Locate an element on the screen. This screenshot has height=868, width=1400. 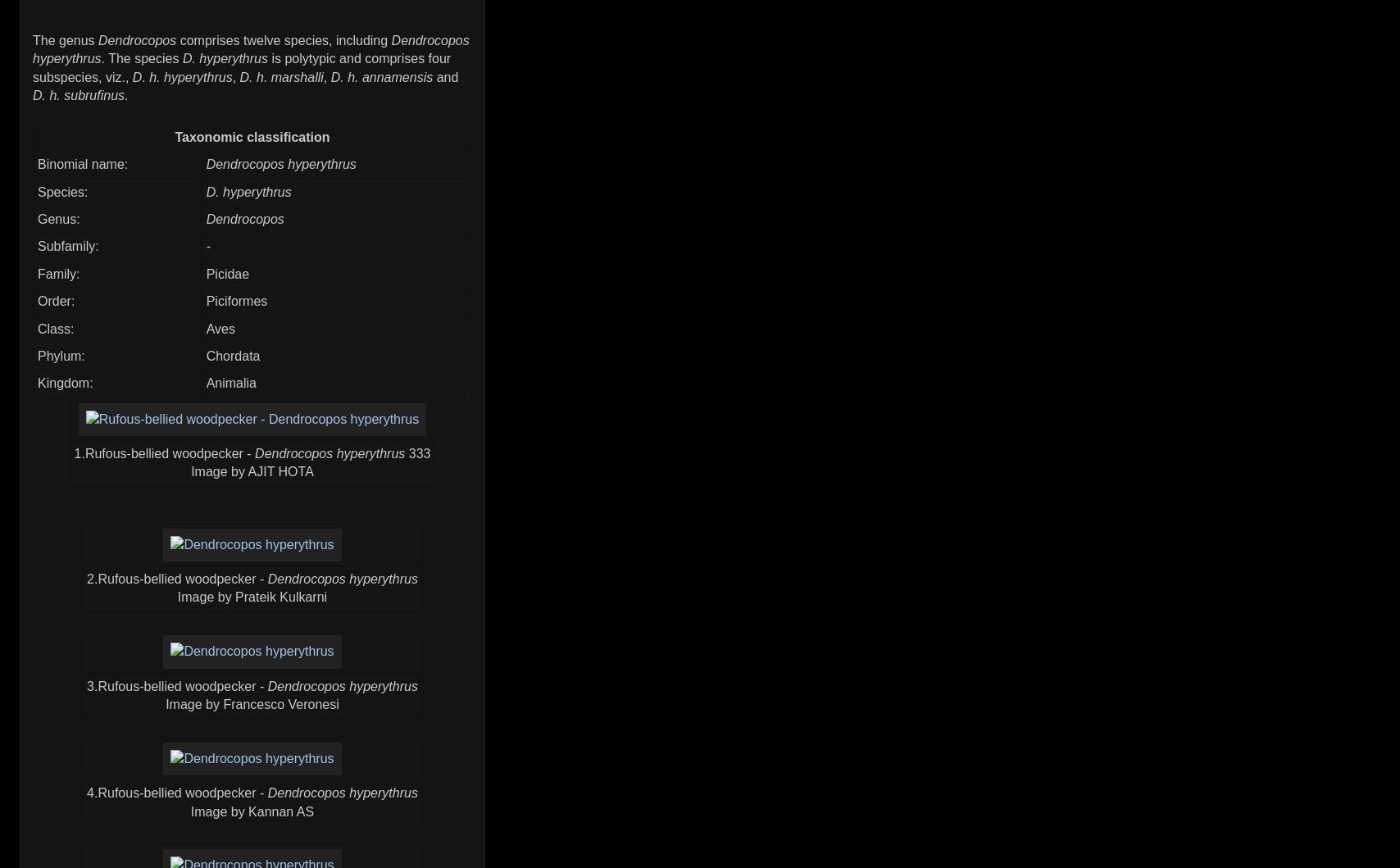
'Animalia' is located at coordinates (230, 383).